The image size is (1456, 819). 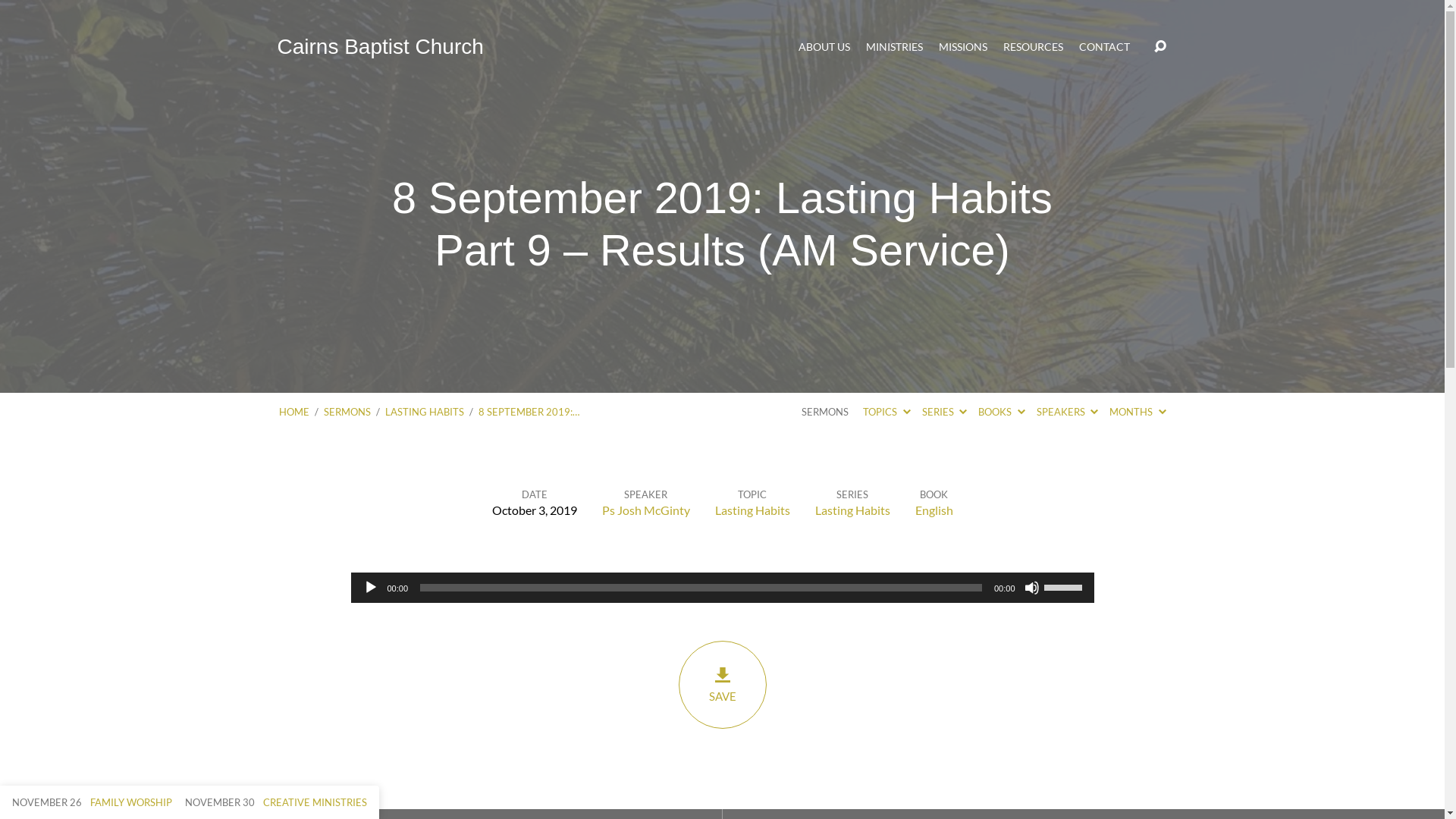 What do you see at coordinates (932, 510) in the screenshot?
I see `'English'` at bounding box center [932, 510].